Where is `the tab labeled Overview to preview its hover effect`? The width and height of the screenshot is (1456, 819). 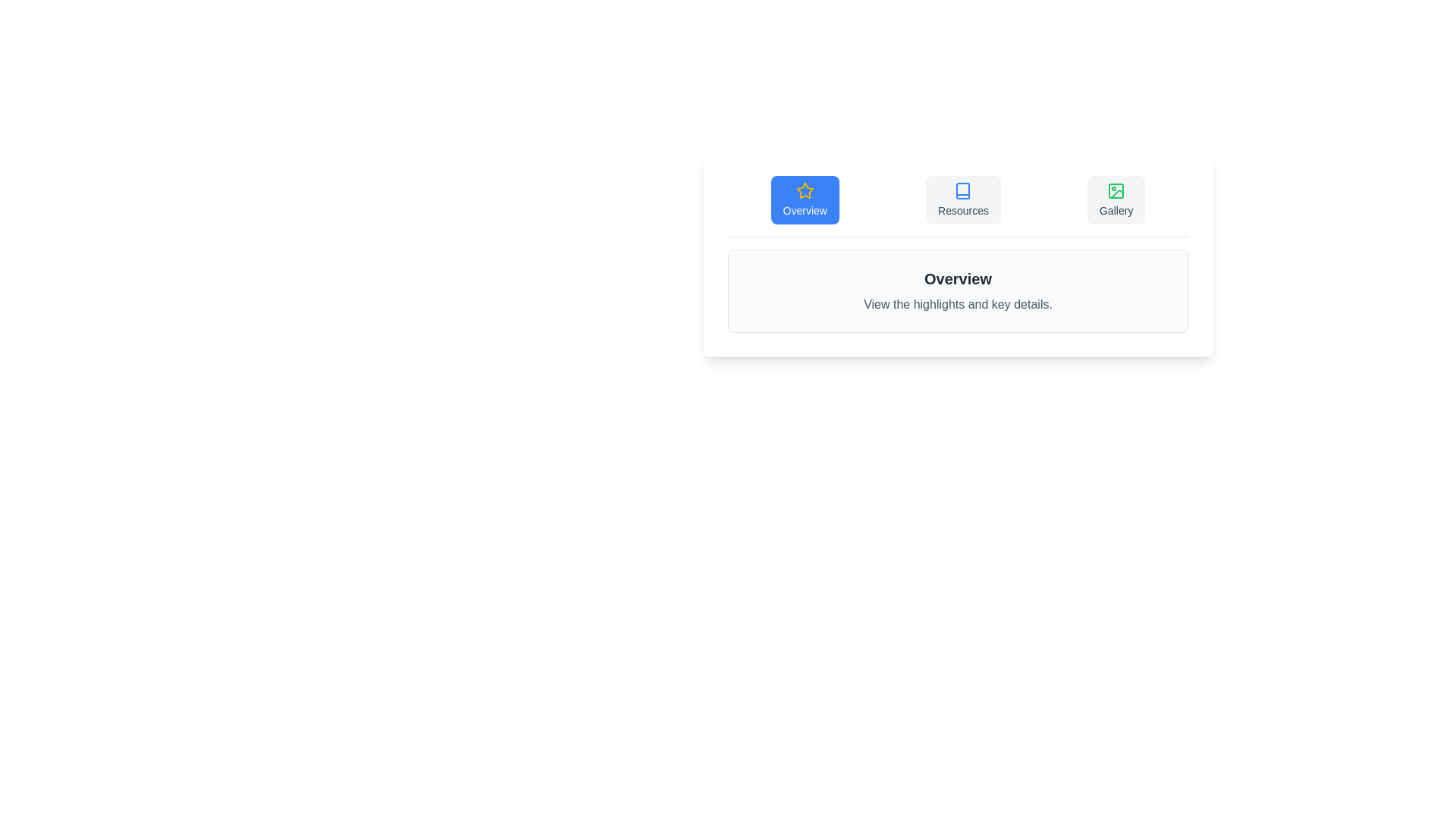 the tab labeled Overview to preview its hover effect is located at coordinates (804, 199).